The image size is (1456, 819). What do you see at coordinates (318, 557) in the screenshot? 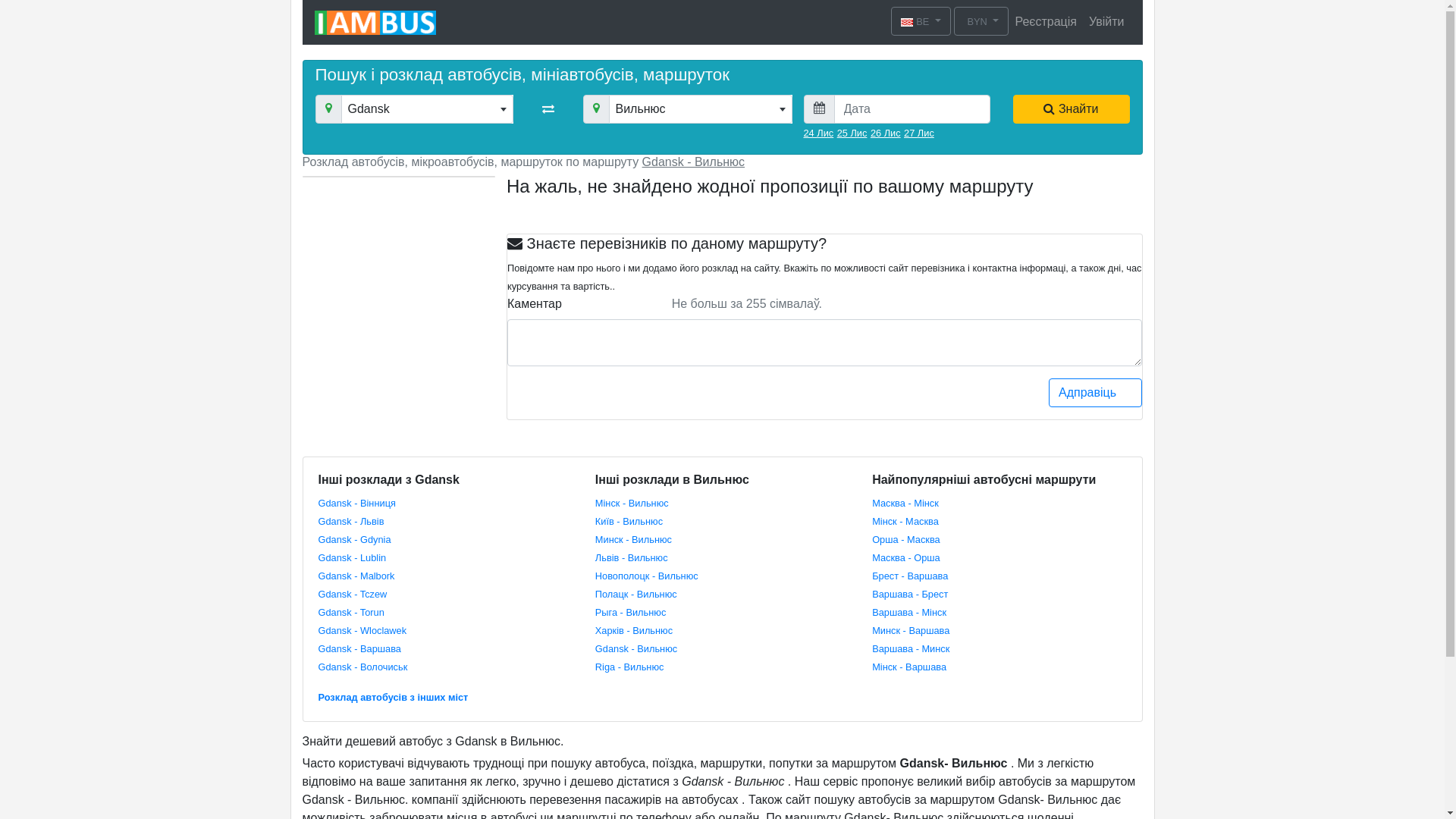
I see `'Gdansk - Lublin'` at bounding box center [318, 557].